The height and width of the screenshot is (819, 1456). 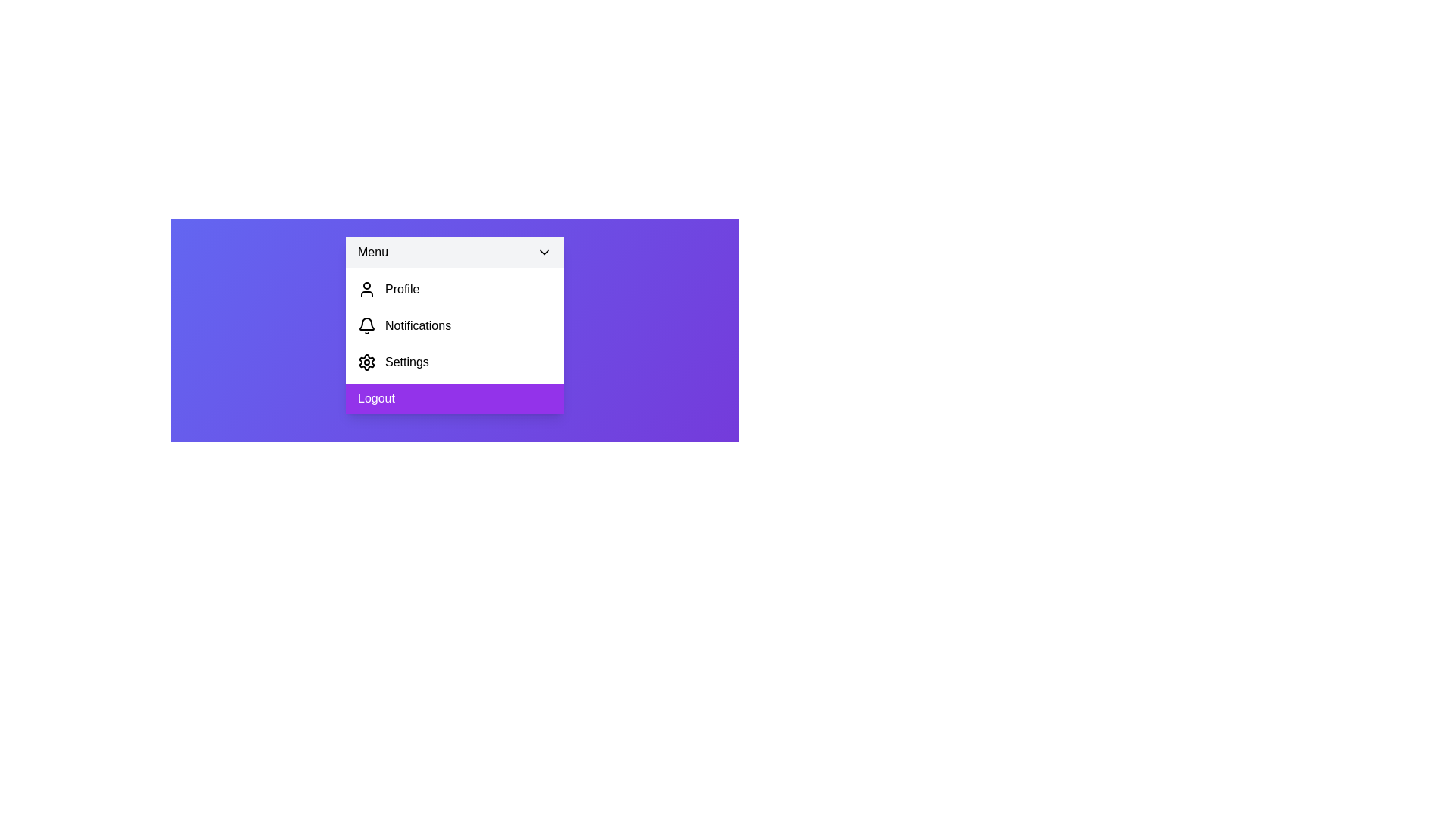 I want to click on the menu button to toggle the menu's visibility, so click(x=454, y=252).